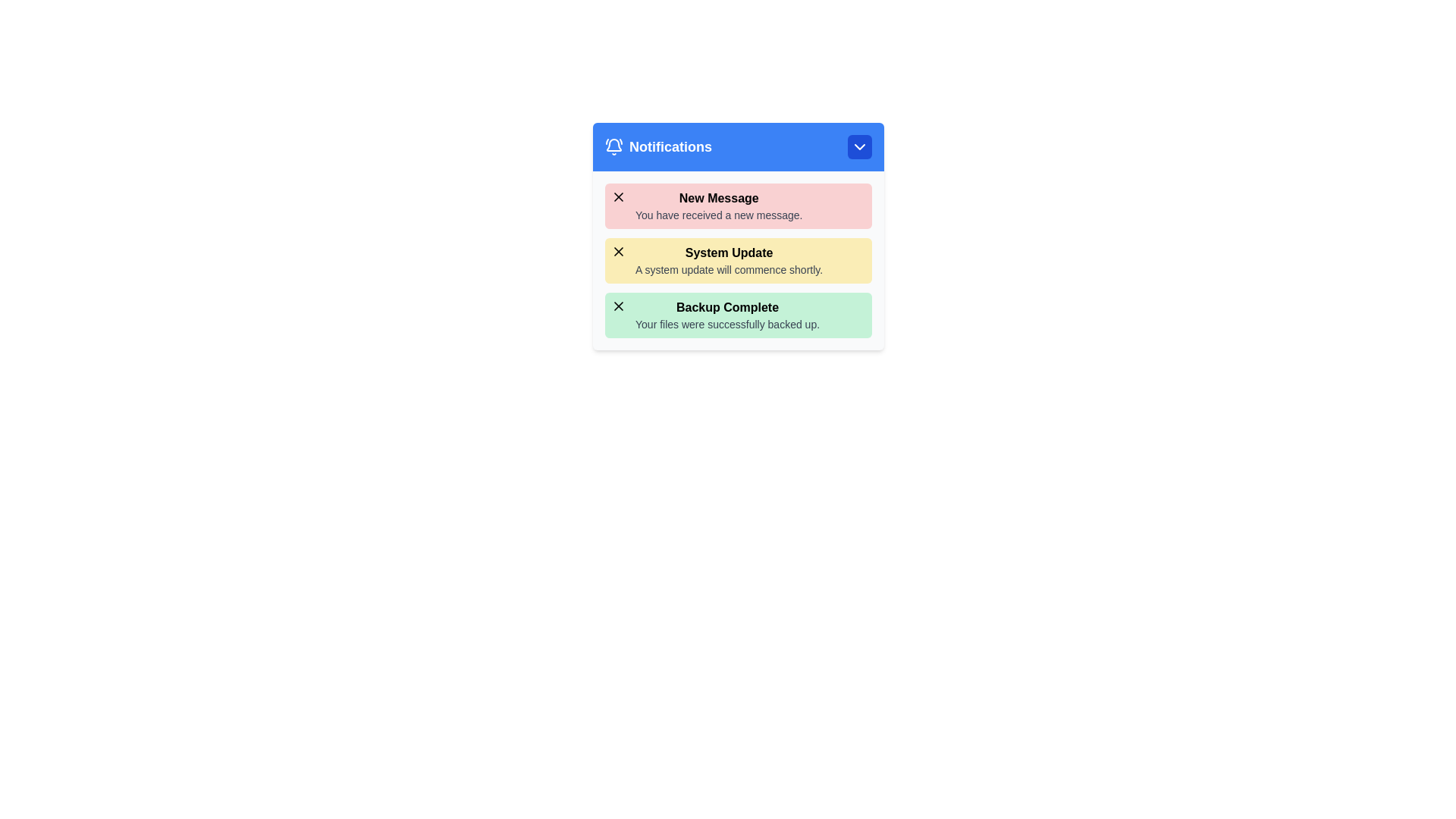 This screenshot has height=819, width=1456. I want to click on the Static text header indicating the successful completion of a backup process in the third notification card within the Notifications panel, so click(726, 307).